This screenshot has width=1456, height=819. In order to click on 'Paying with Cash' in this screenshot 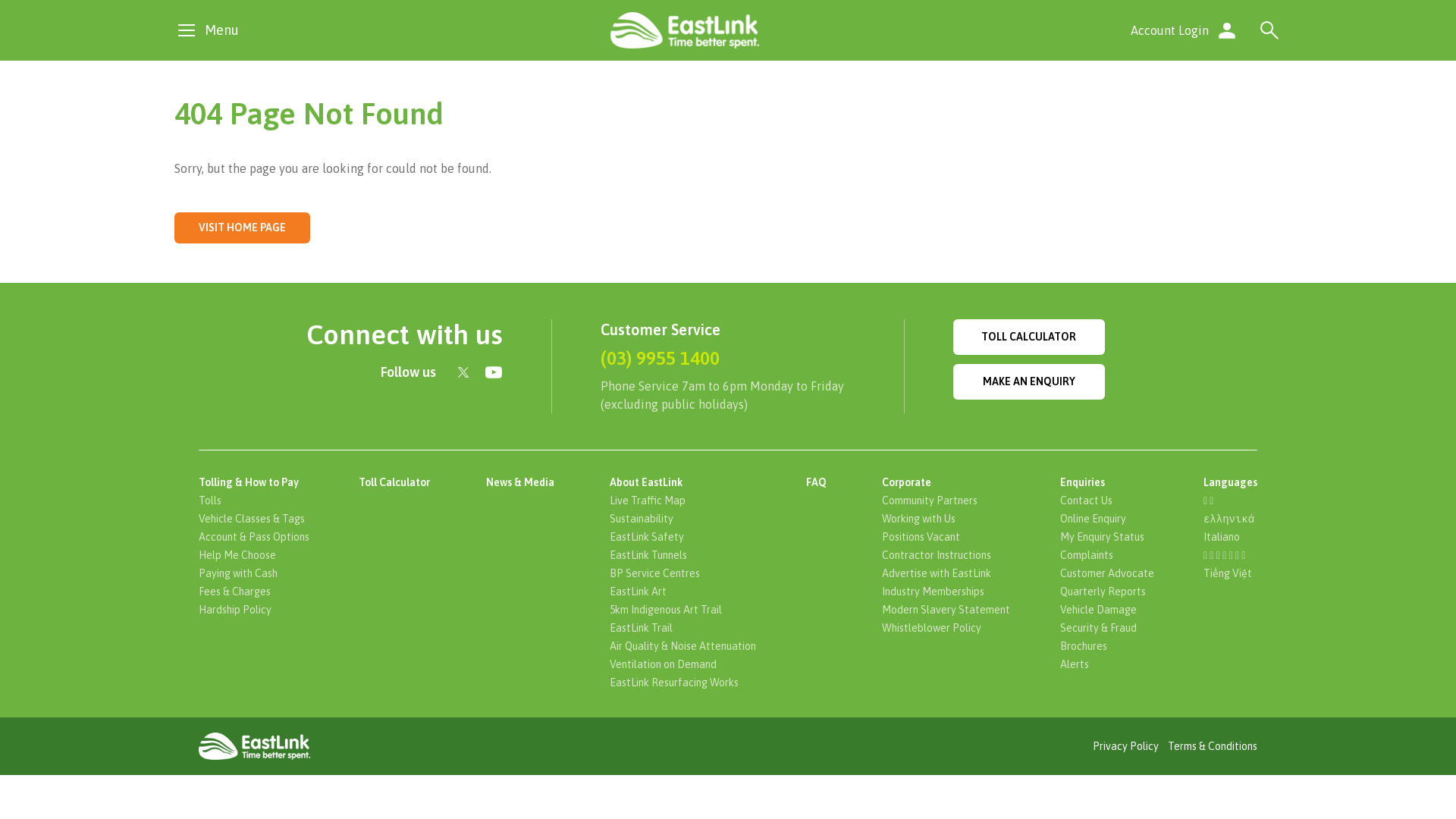, I will do `click(243, 573)`.